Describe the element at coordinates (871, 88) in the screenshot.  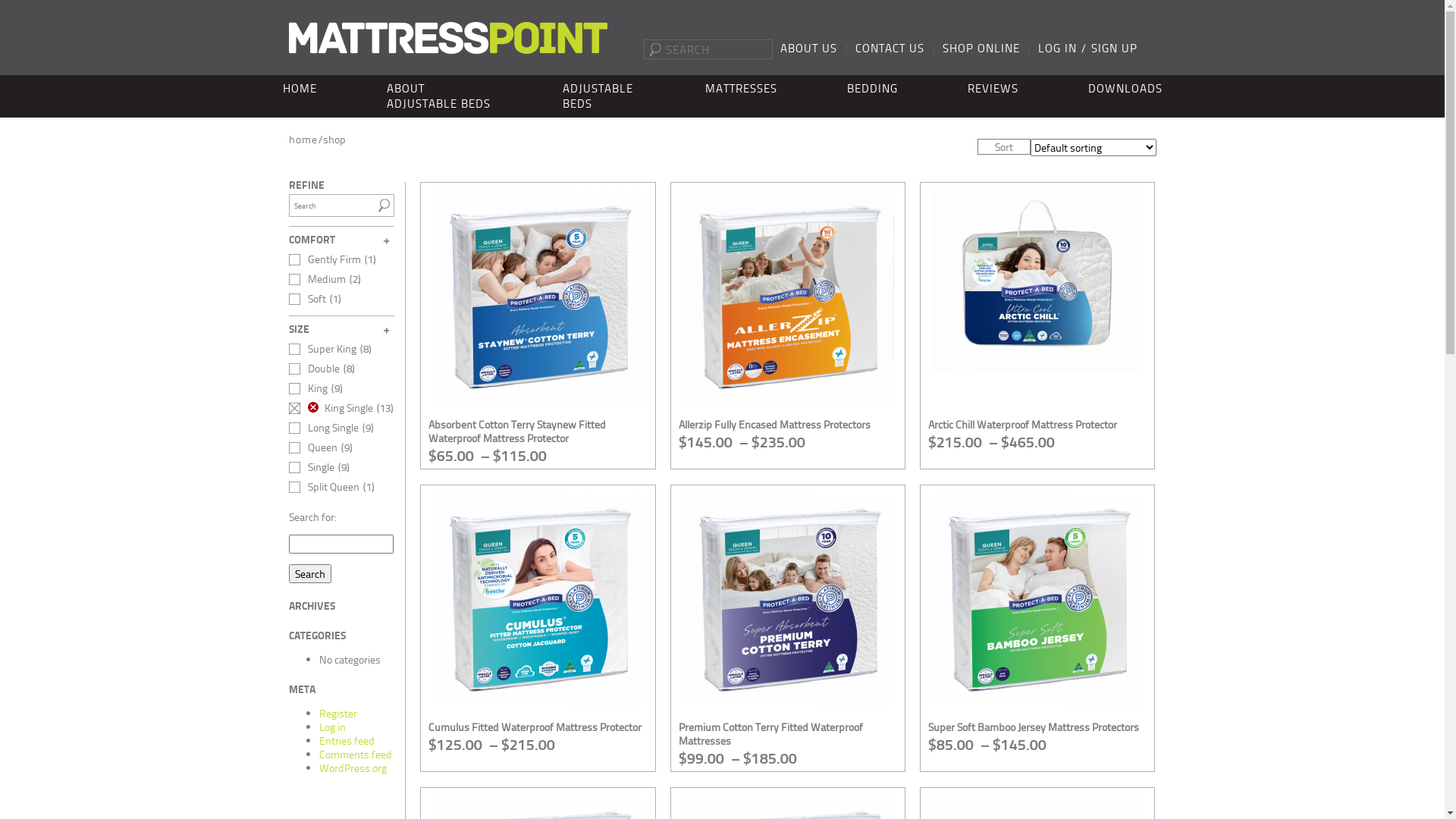
I see `'BEDDING'` at that location.